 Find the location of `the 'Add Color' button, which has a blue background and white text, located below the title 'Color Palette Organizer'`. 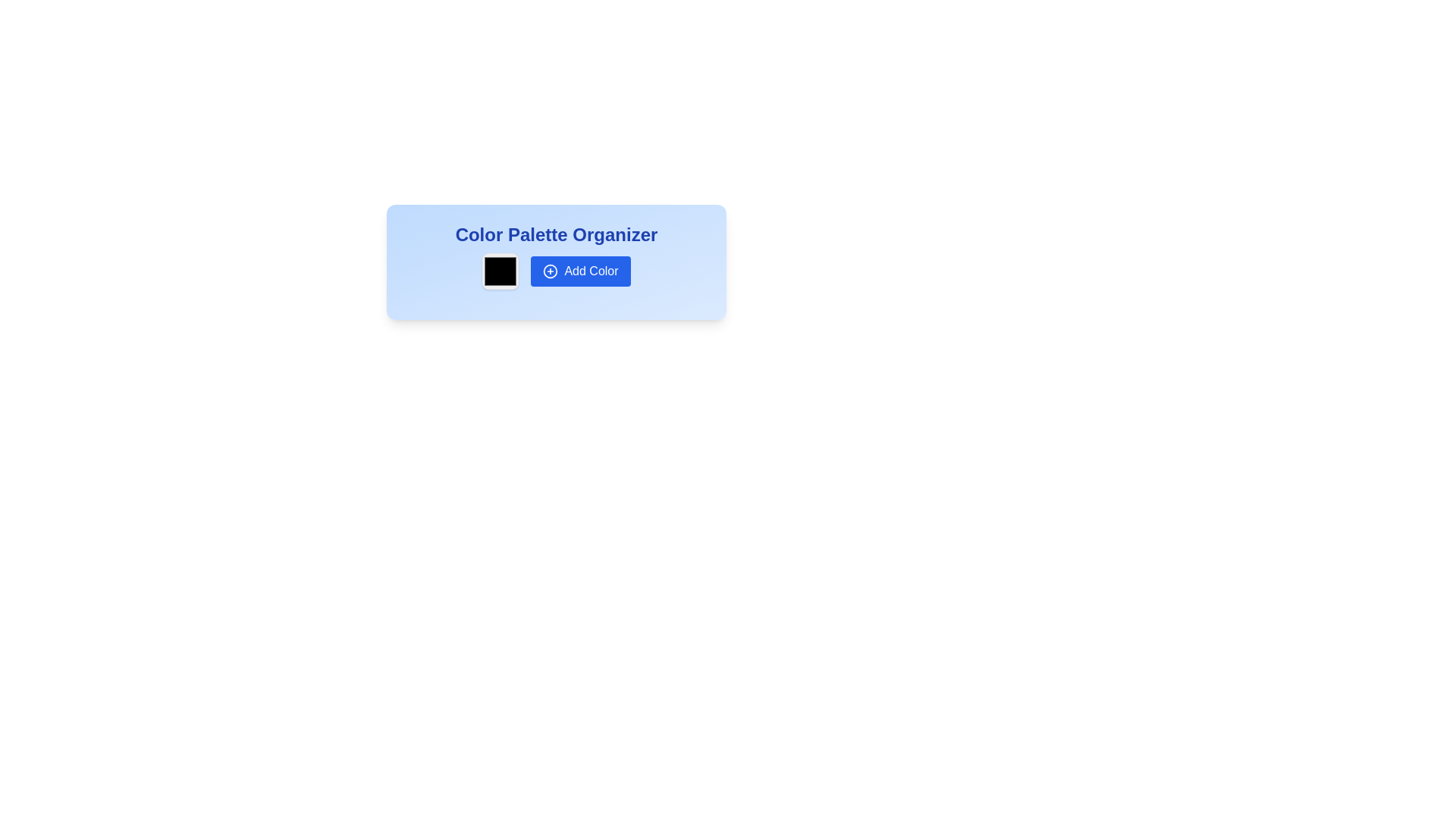

the 'Add Color' button, which has a blue background and white text, located below the title 'Color Palette Organizer' is located at coordinates (556, 262).